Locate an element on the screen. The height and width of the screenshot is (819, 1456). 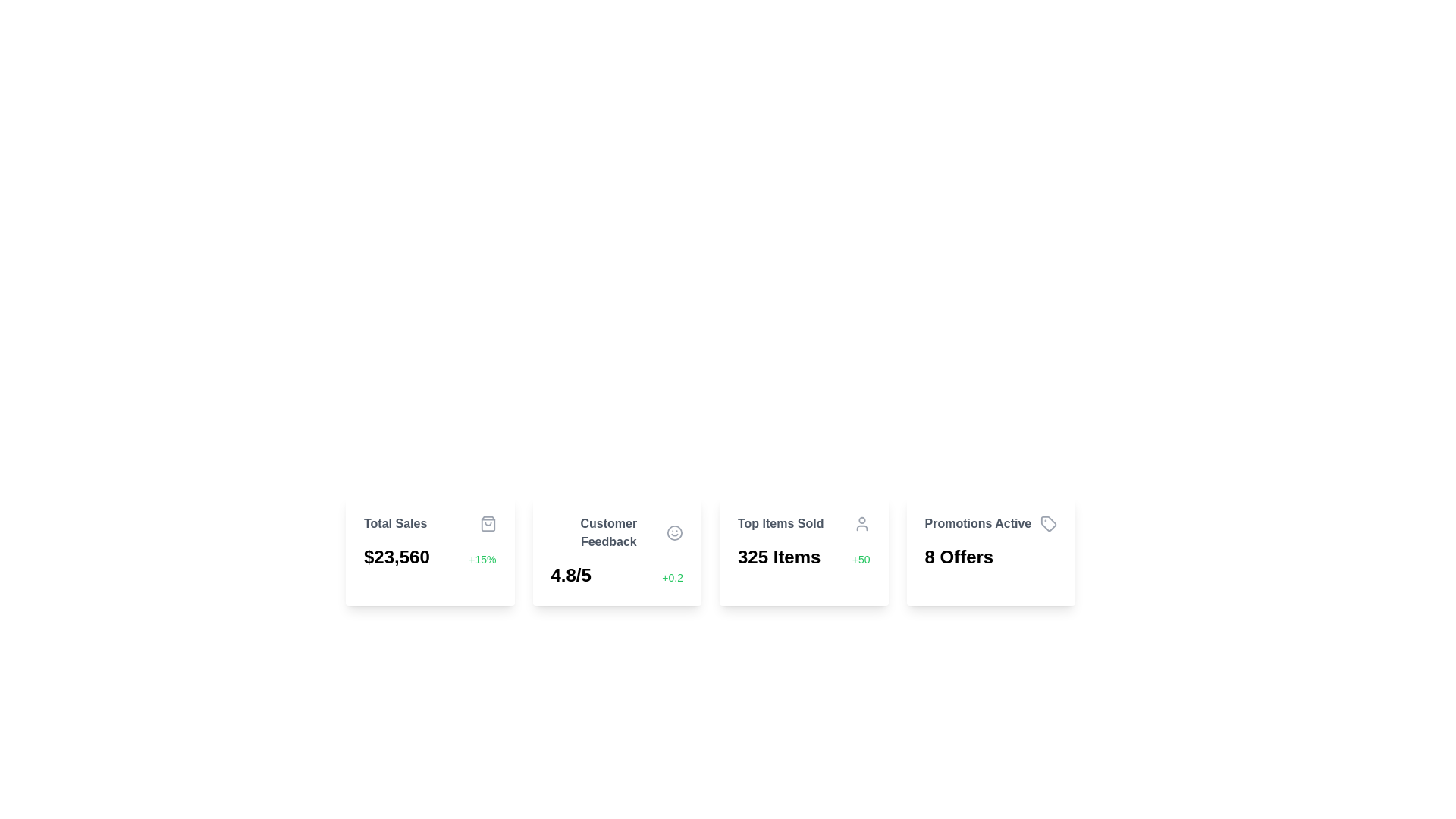
the customer satisfaction feedback icon located to the right of the 'Customer Feedback' text in the rectangular card is located at coordinates (674, 532).